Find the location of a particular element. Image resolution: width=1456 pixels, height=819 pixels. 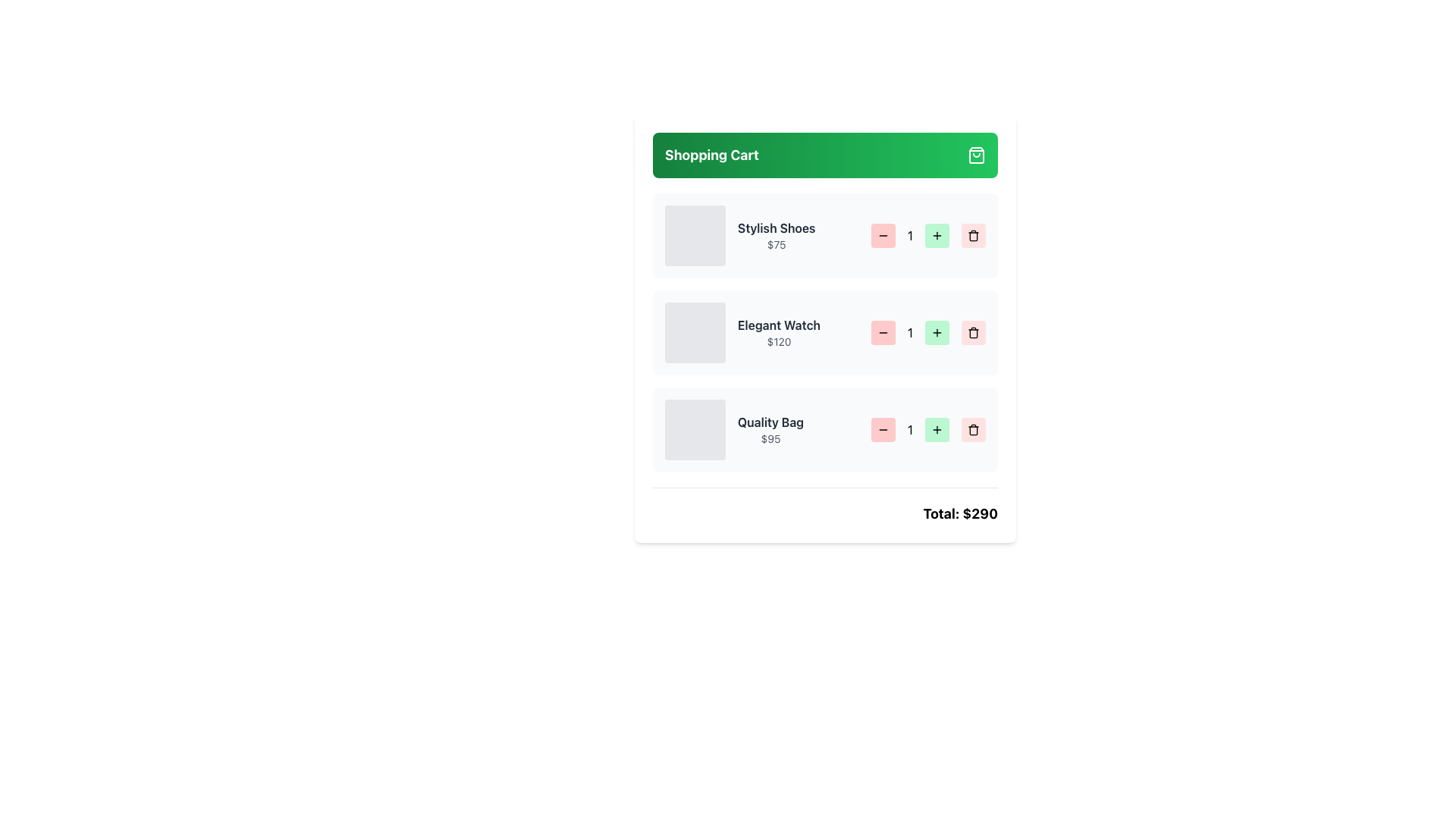

the text label displaying the product name and price in the third row of the shopping cart list item is located at coordinates (770, 430).